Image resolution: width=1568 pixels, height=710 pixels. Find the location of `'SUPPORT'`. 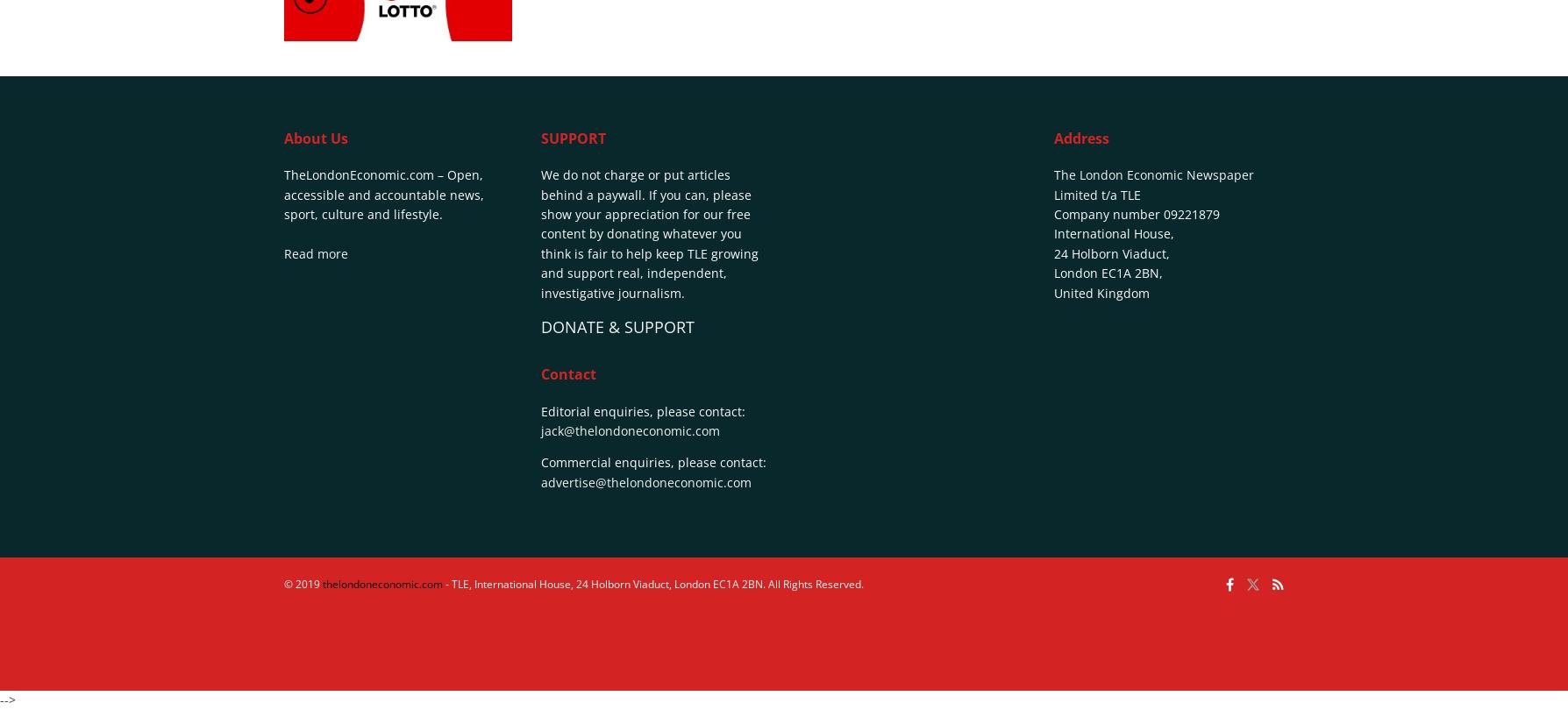

'SUPPORT' is located at coordinates (572, 137).